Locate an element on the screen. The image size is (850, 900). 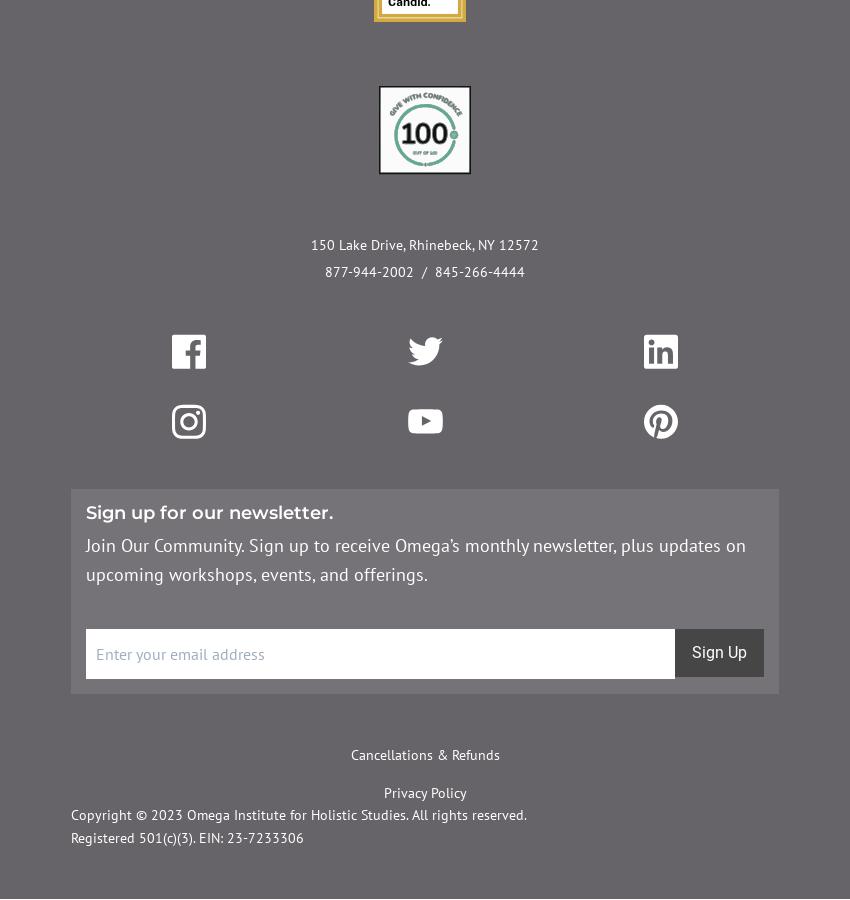
'Registered 501(c)(3). EIN: 23-7233306' is located at coordinates (186, 837).